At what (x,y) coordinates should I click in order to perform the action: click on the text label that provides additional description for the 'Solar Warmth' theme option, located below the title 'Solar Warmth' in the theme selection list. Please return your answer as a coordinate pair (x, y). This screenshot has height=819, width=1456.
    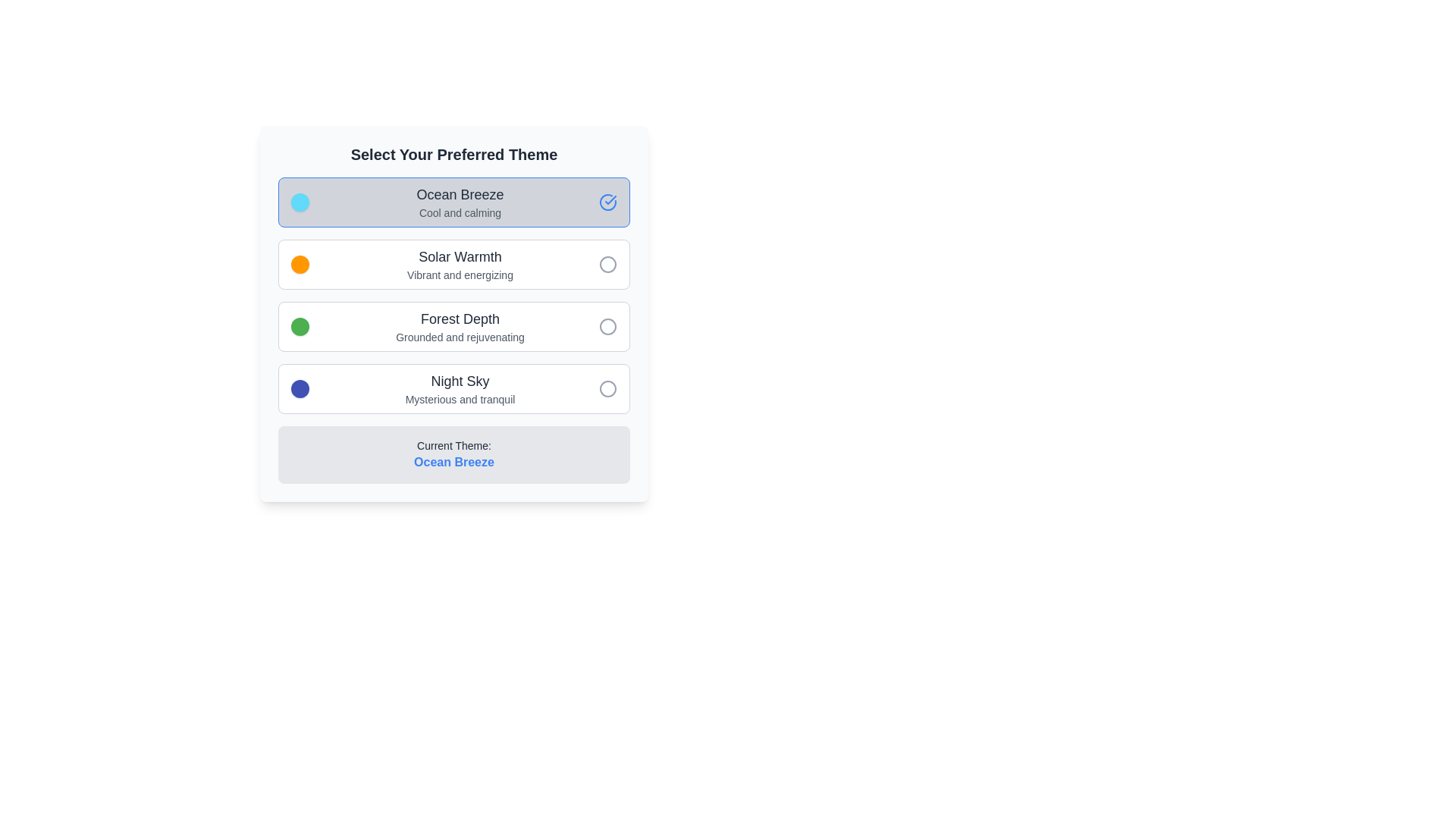
    Looking at the image, I should click on (459, 275).